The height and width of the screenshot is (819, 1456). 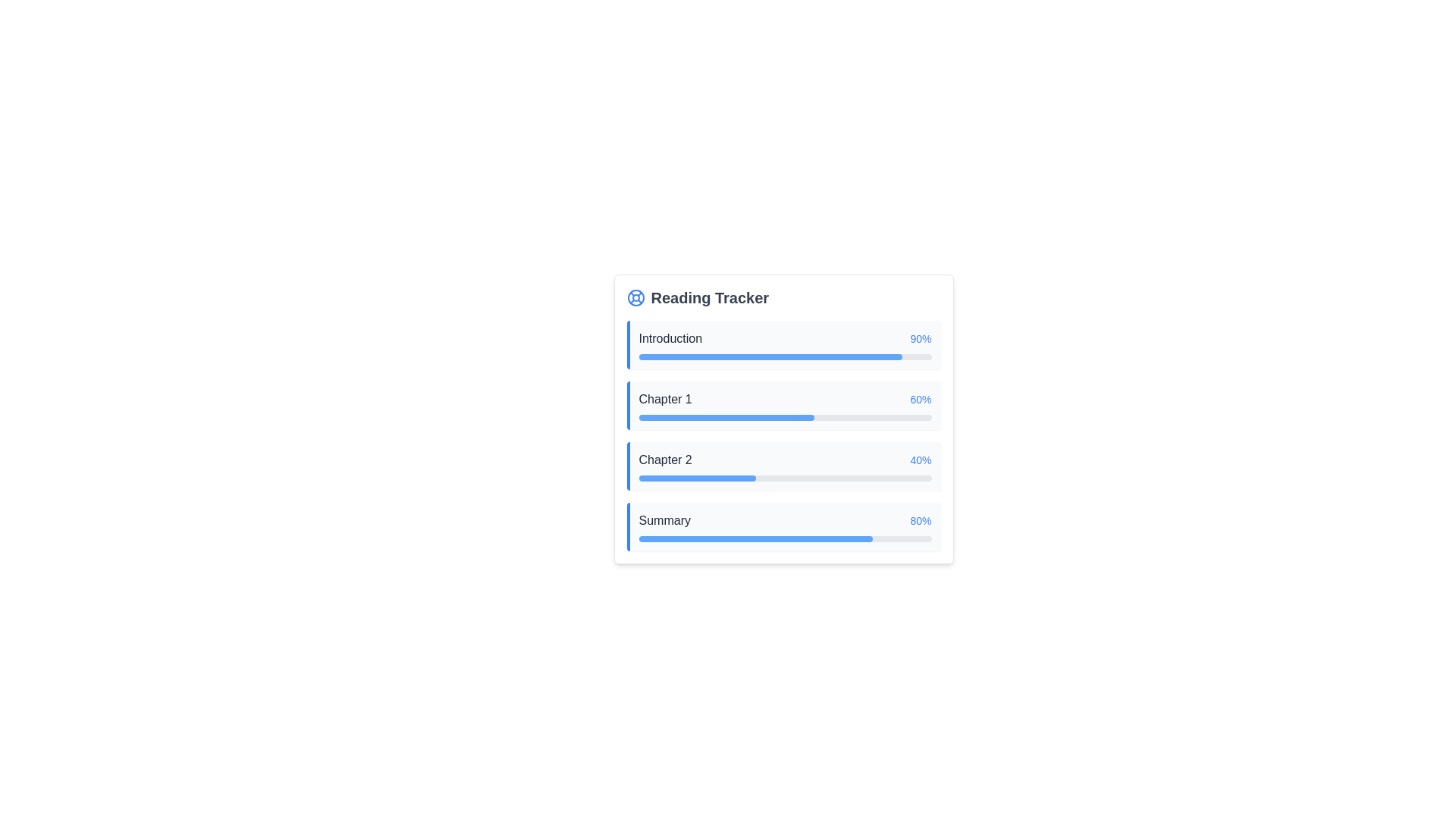 What do you see at coordinates (635, 298) in the screenshot?
I see `the circular SVG element styled as part of the life buoy icon, located at the center of the icon next to the 'Reading Tracker' title` at bounding box center [635, 298].